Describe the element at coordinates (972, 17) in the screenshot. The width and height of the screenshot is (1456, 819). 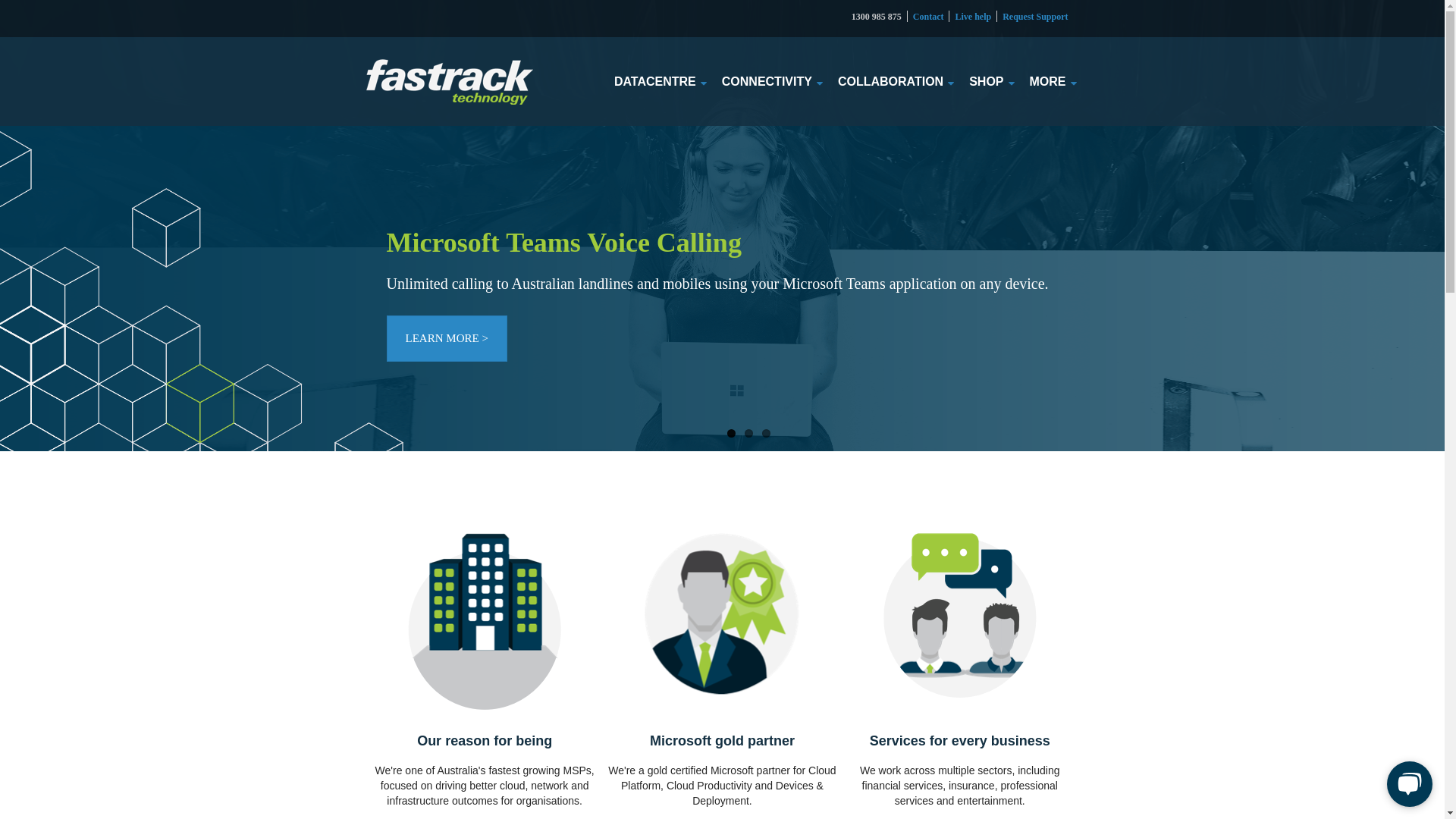
I see `'Live help'` at that location.